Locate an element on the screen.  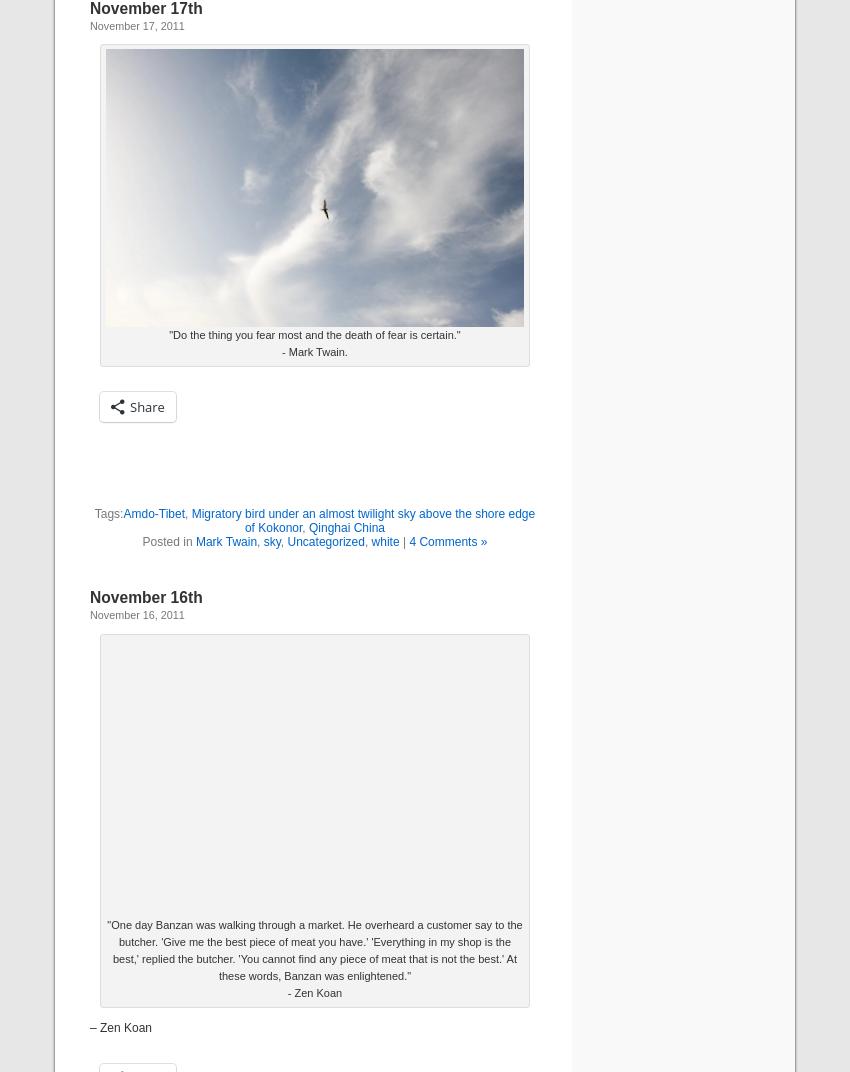
'|' is located at coordinates (398, 541).